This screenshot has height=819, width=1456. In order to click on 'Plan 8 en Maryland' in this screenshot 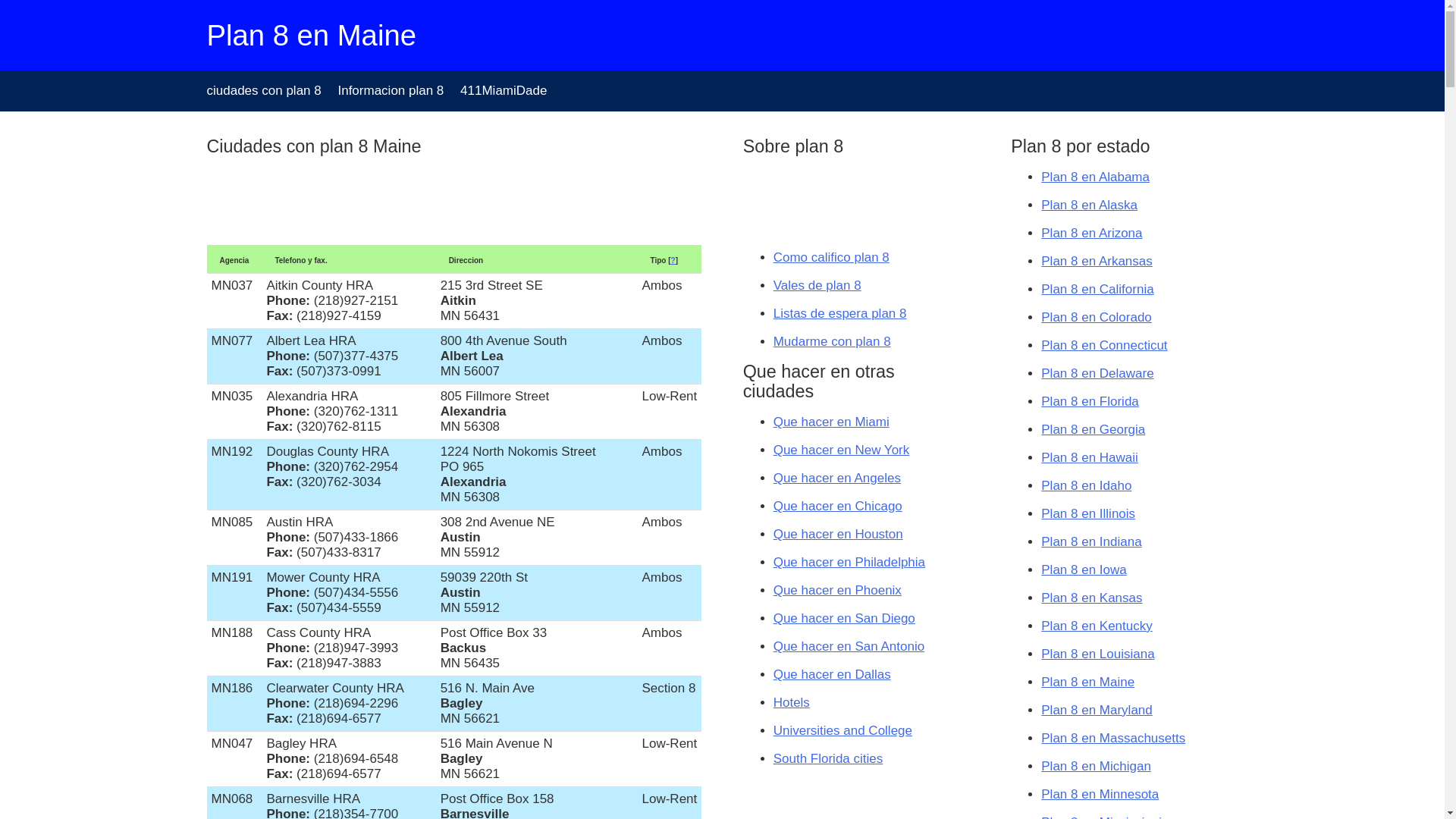, I will do `click(1096, 710)`.